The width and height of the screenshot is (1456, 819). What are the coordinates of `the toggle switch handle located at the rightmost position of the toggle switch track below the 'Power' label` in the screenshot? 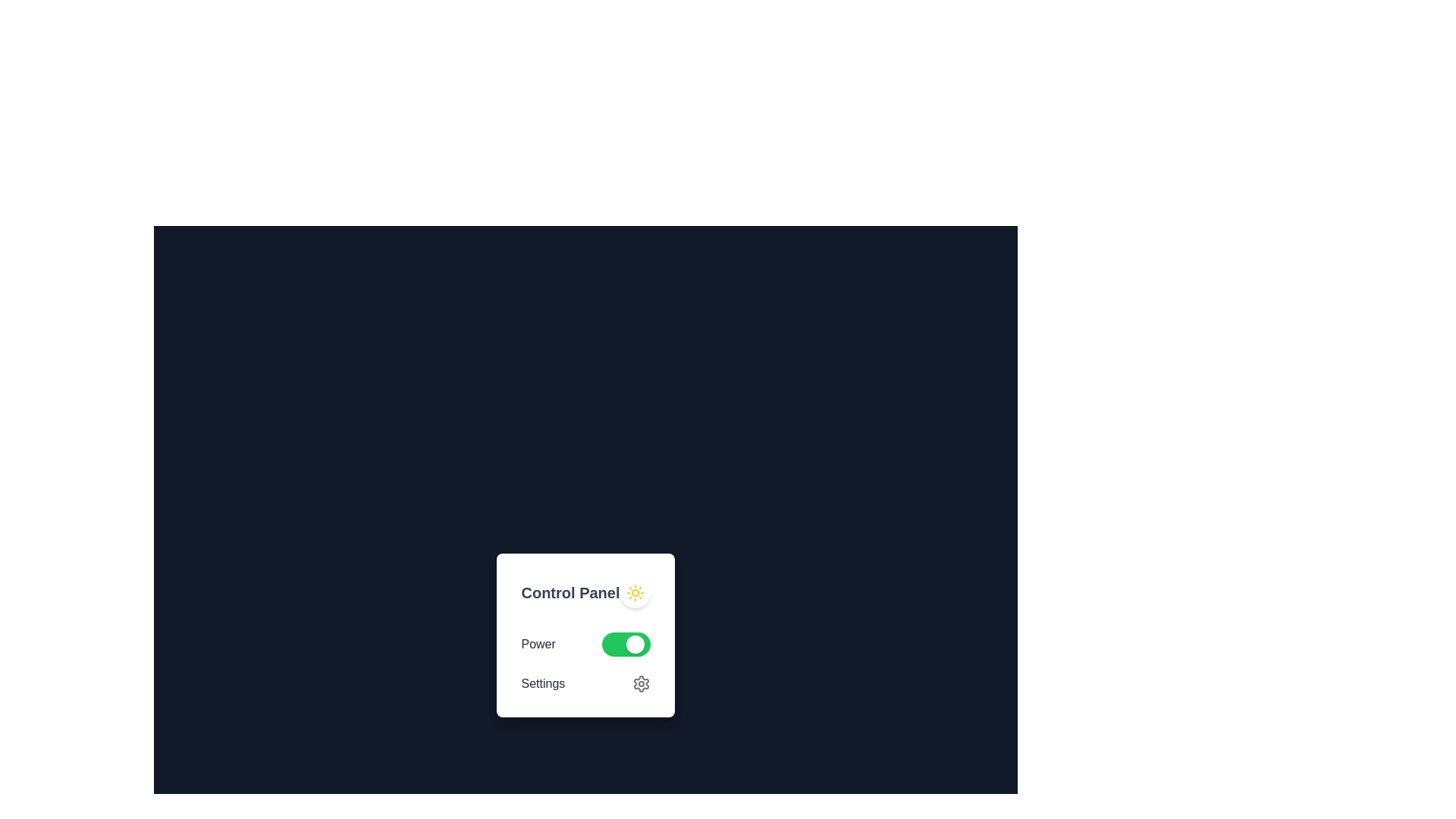 It's located at (635, 644).